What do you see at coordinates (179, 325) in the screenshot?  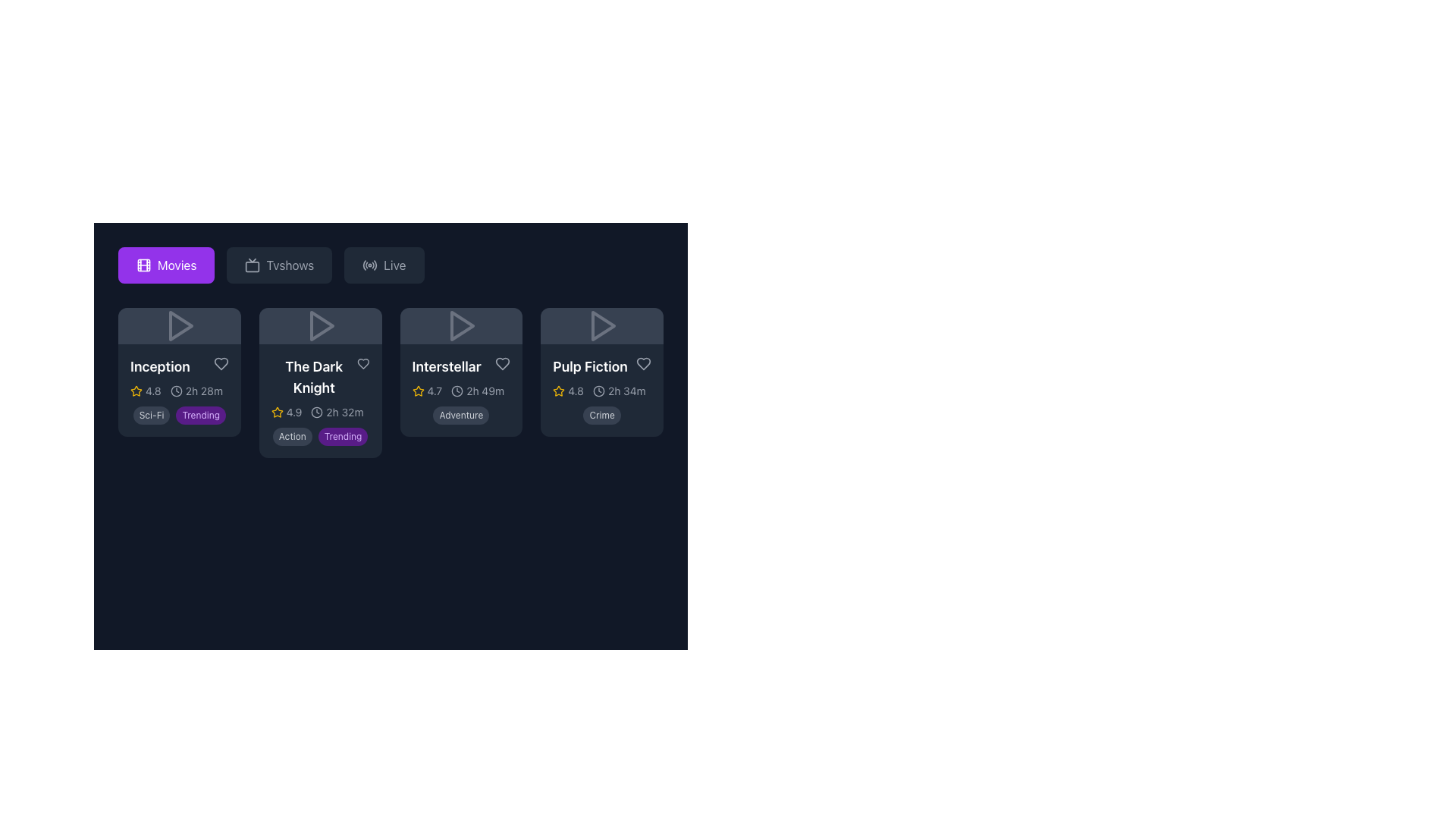 I see `the triangular play icon on the top-left card in the movie grid layout, which is styled with a gray color that changes to purple on hover and is located above the text 'Inception'` at bounding box center [179, 325].